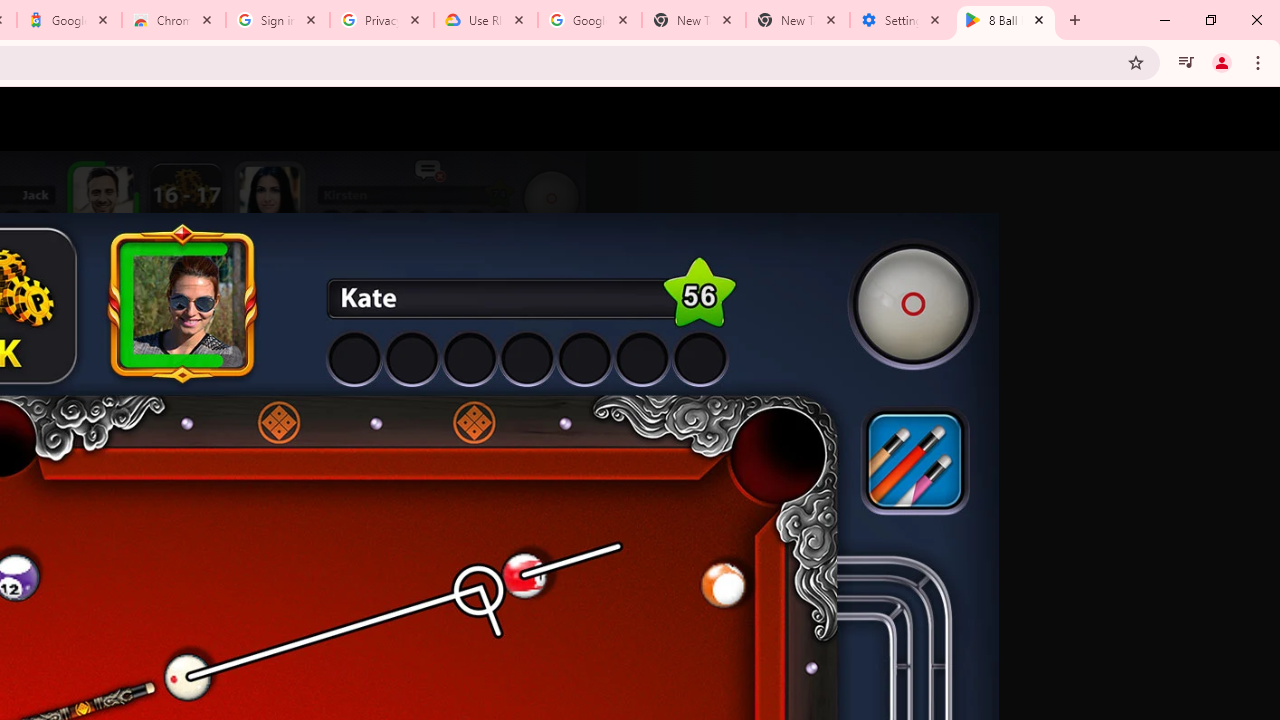 This screenshot has width=1280, height=720. What do you see at coordinates (69, 20) in the screenshot?
I see `'Google'` at bounding box center [69, 20].